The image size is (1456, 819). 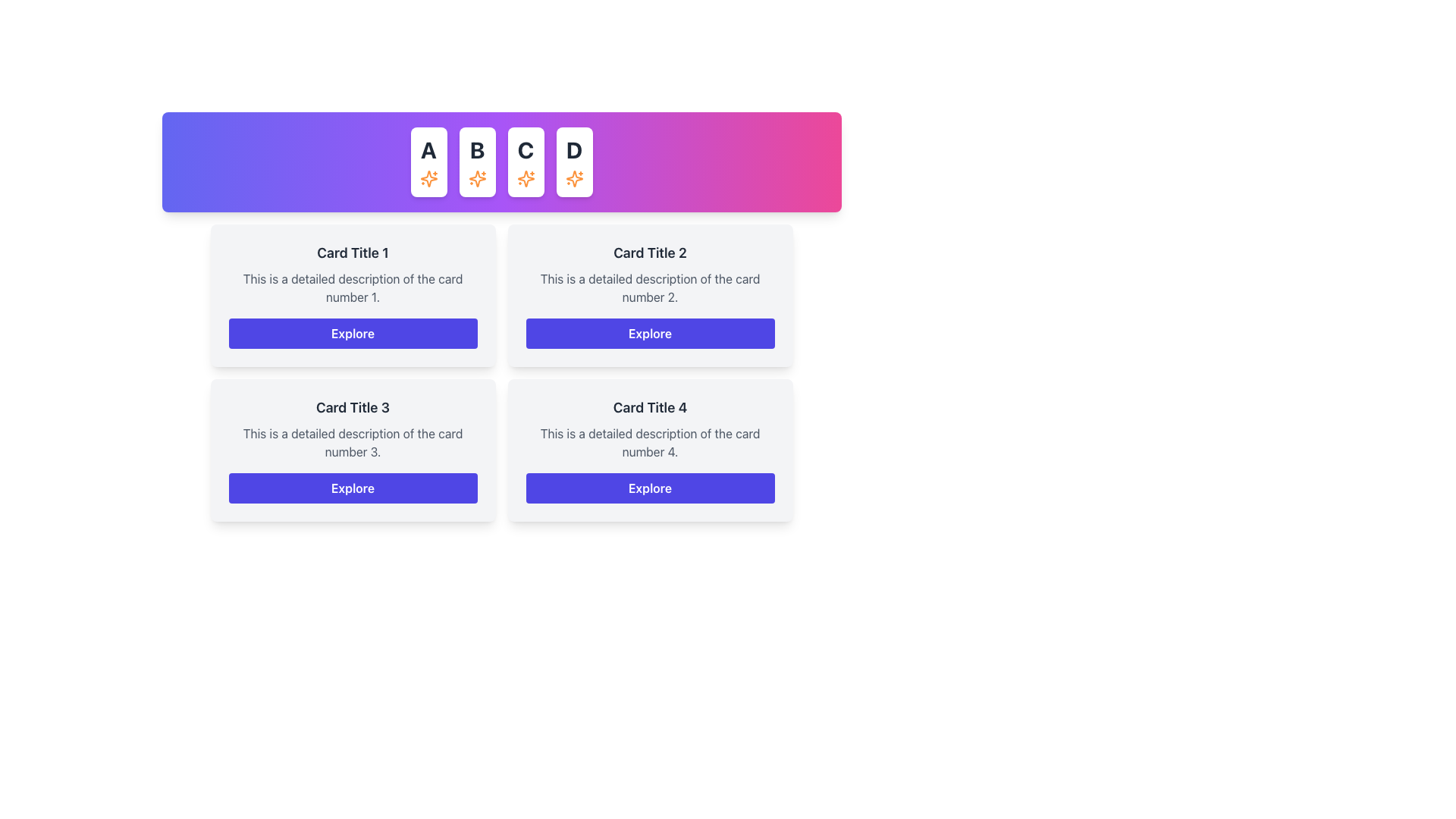 I want to click on the bold uppercase letter 'B' styled with a large sans-serif font, located as the second item in a horizontal row above the orange icons, so click(x=476, y=149).